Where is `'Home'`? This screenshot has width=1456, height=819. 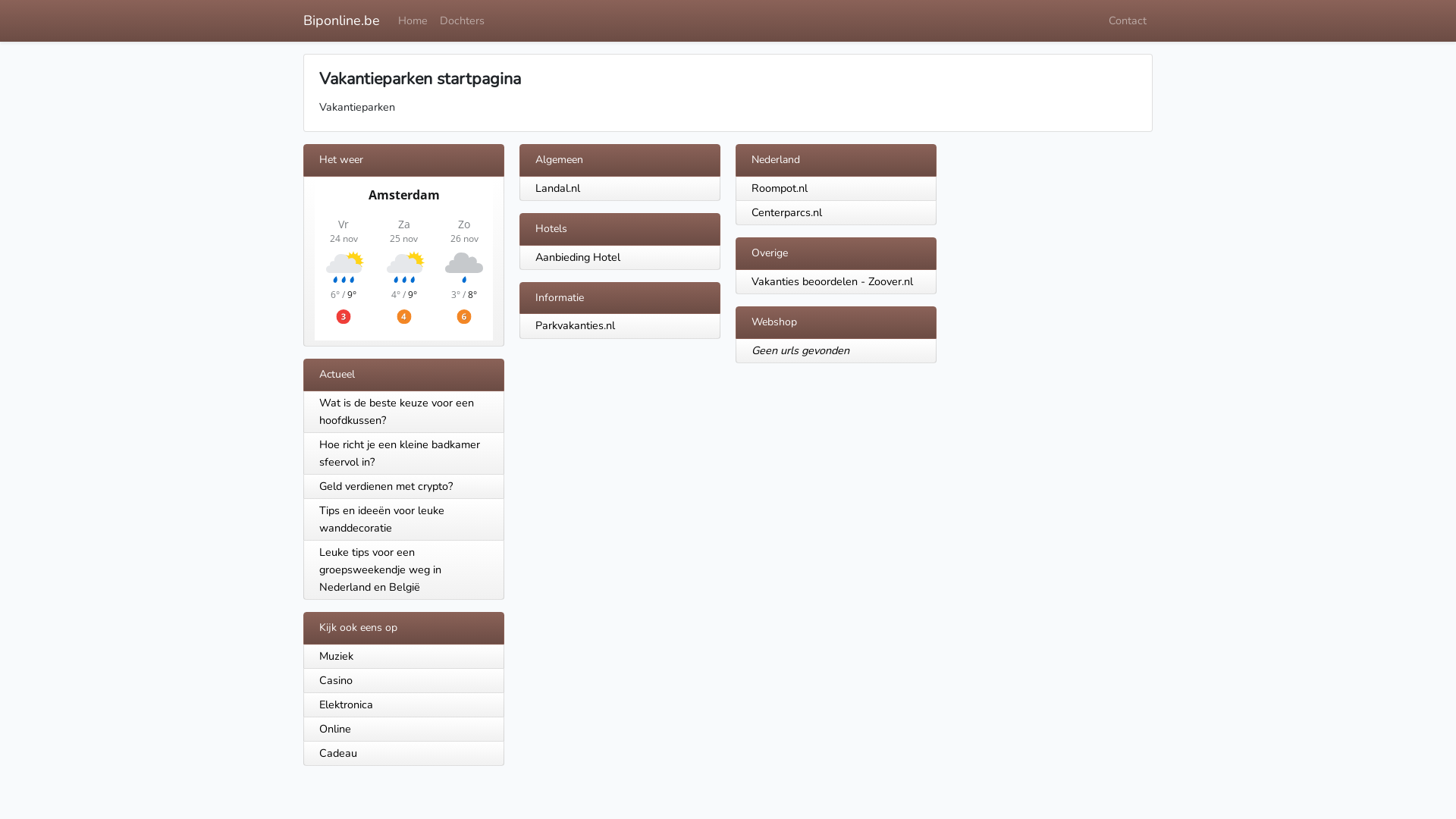
'Home' is located at coordinates (392, 20).